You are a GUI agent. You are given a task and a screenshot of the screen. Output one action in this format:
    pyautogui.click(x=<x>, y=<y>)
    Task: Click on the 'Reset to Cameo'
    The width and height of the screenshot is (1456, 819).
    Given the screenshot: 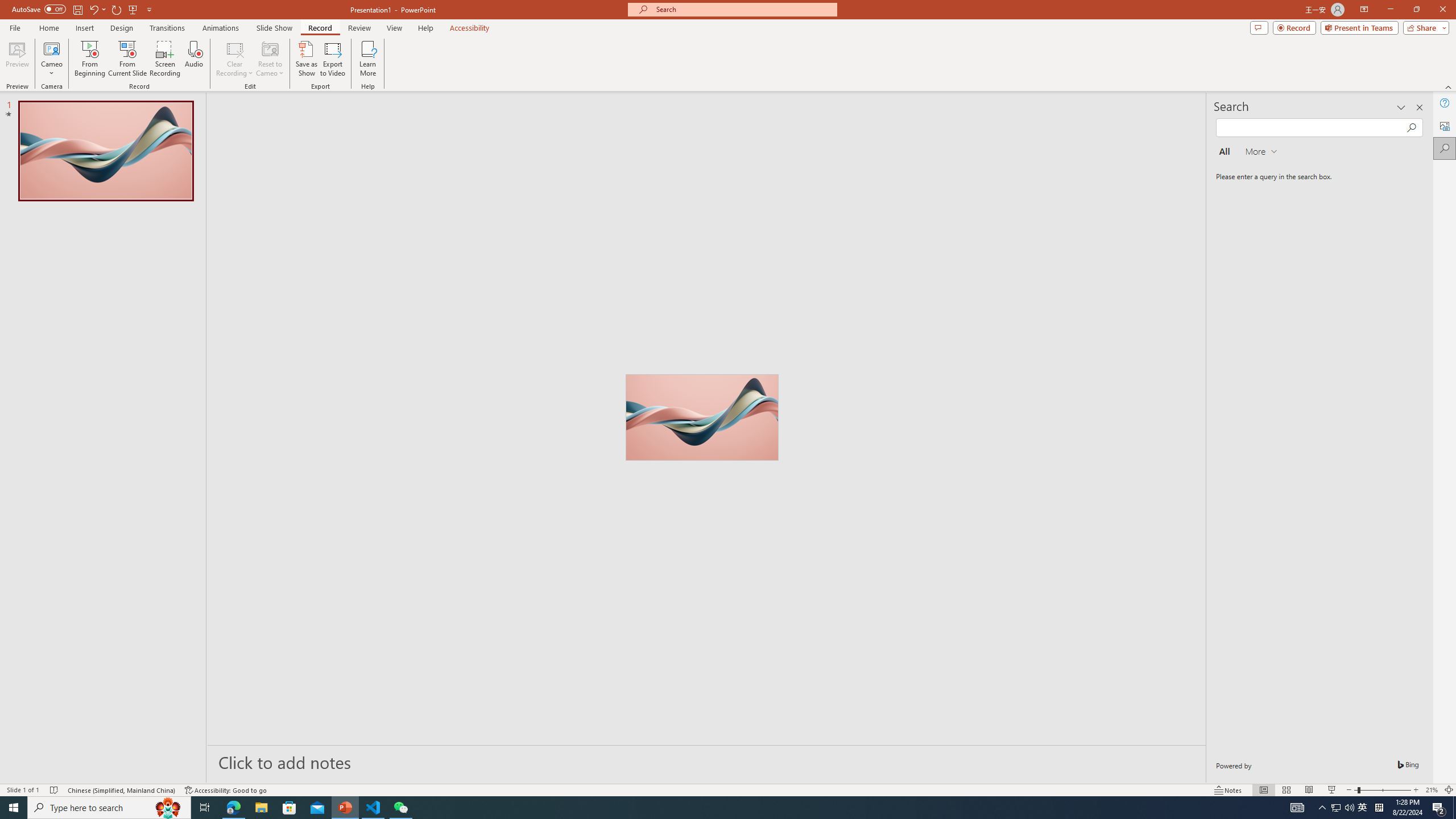 What is the action you would take?
    pyautogui.click(x=269, y=59)
    